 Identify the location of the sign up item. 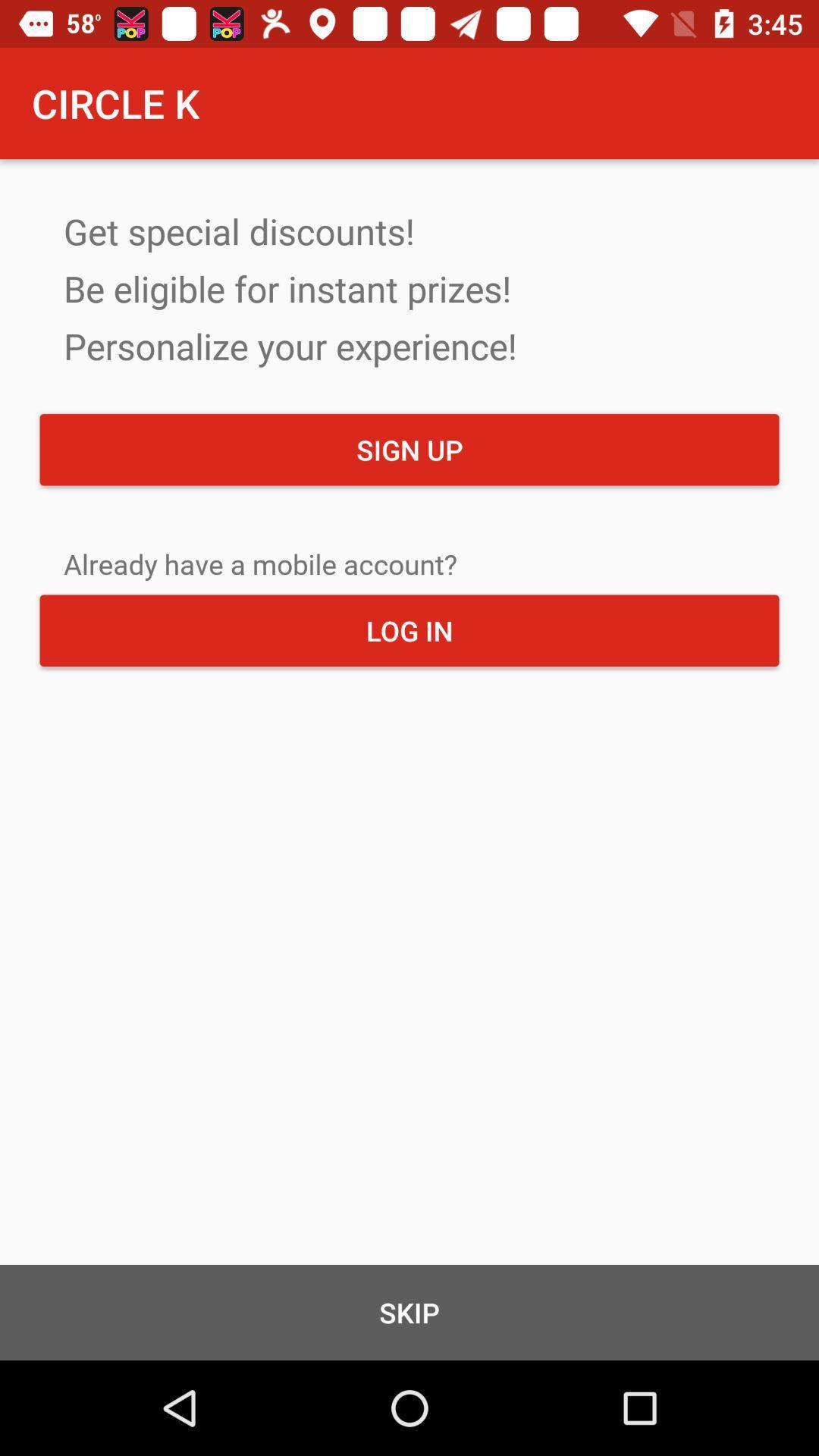
(409, 449).